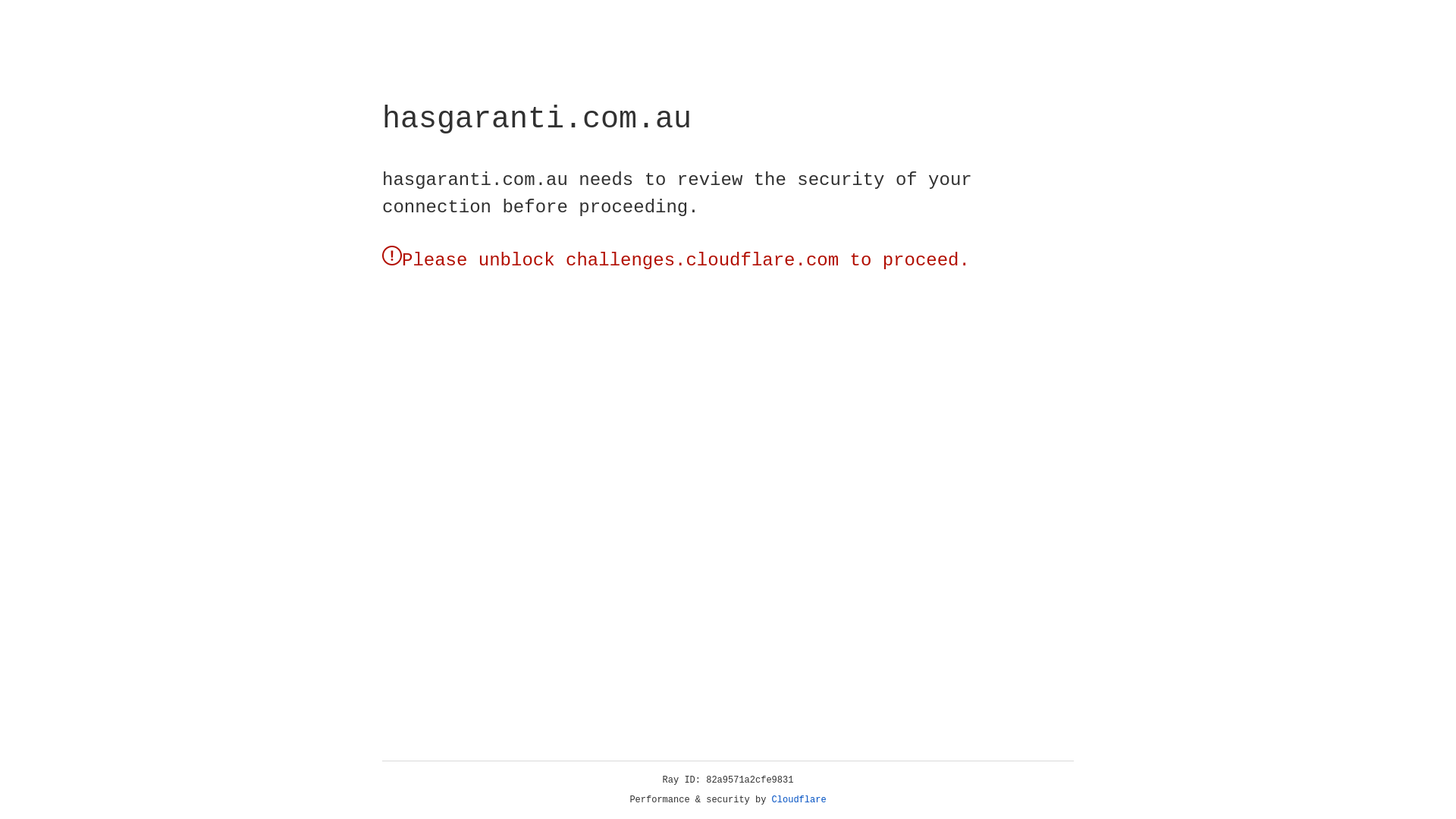 The width and height of the screenshot is (1456, 819). What do you see at coordinates (799, 799) in the screenshot?
I see `'Cloudflare'` at bounding box center [799, 799].